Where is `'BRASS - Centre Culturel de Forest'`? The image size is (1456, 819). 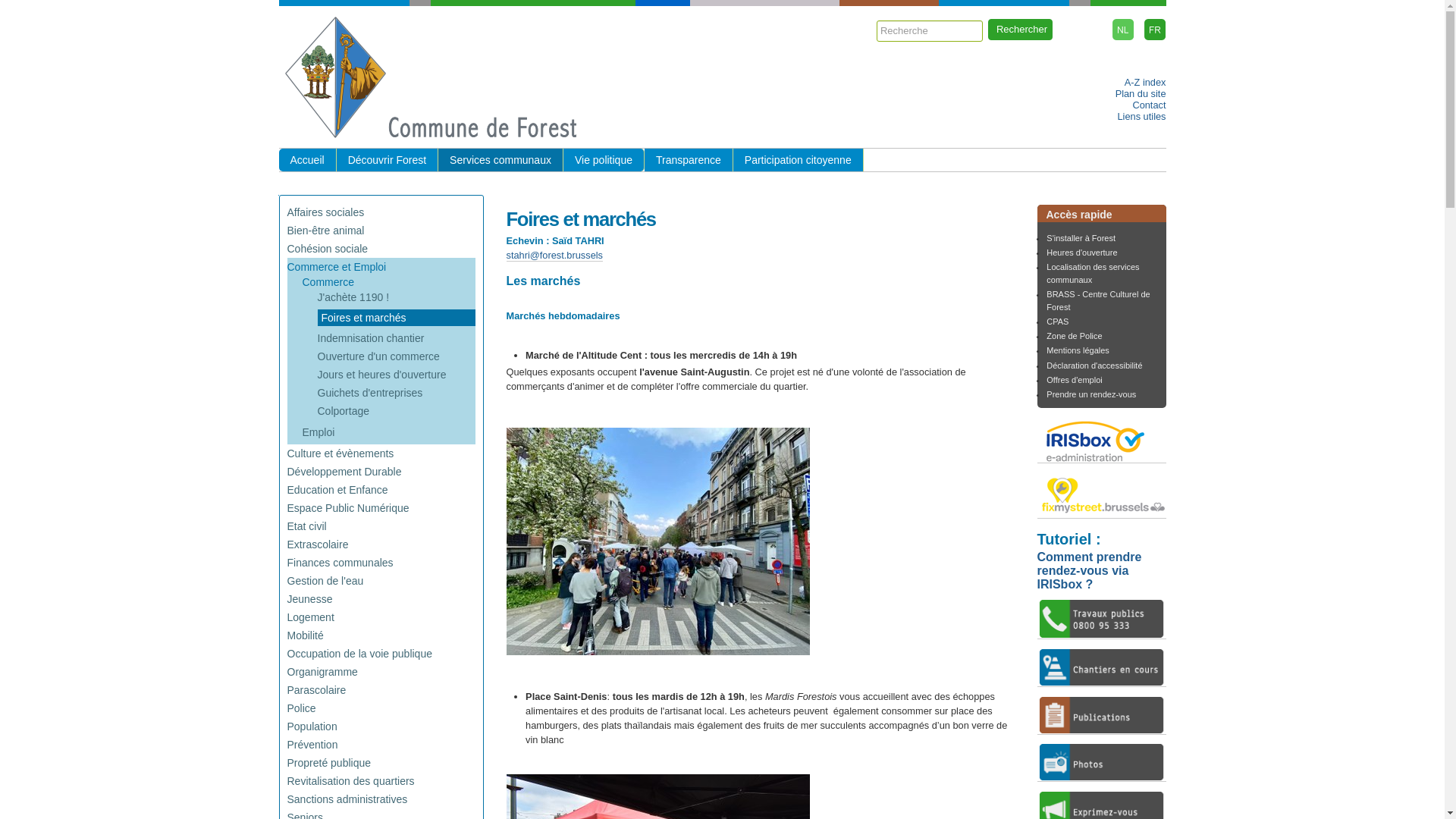 'BRASS - Centre Culturel de Forest' is located at coordinates (1098, 300).